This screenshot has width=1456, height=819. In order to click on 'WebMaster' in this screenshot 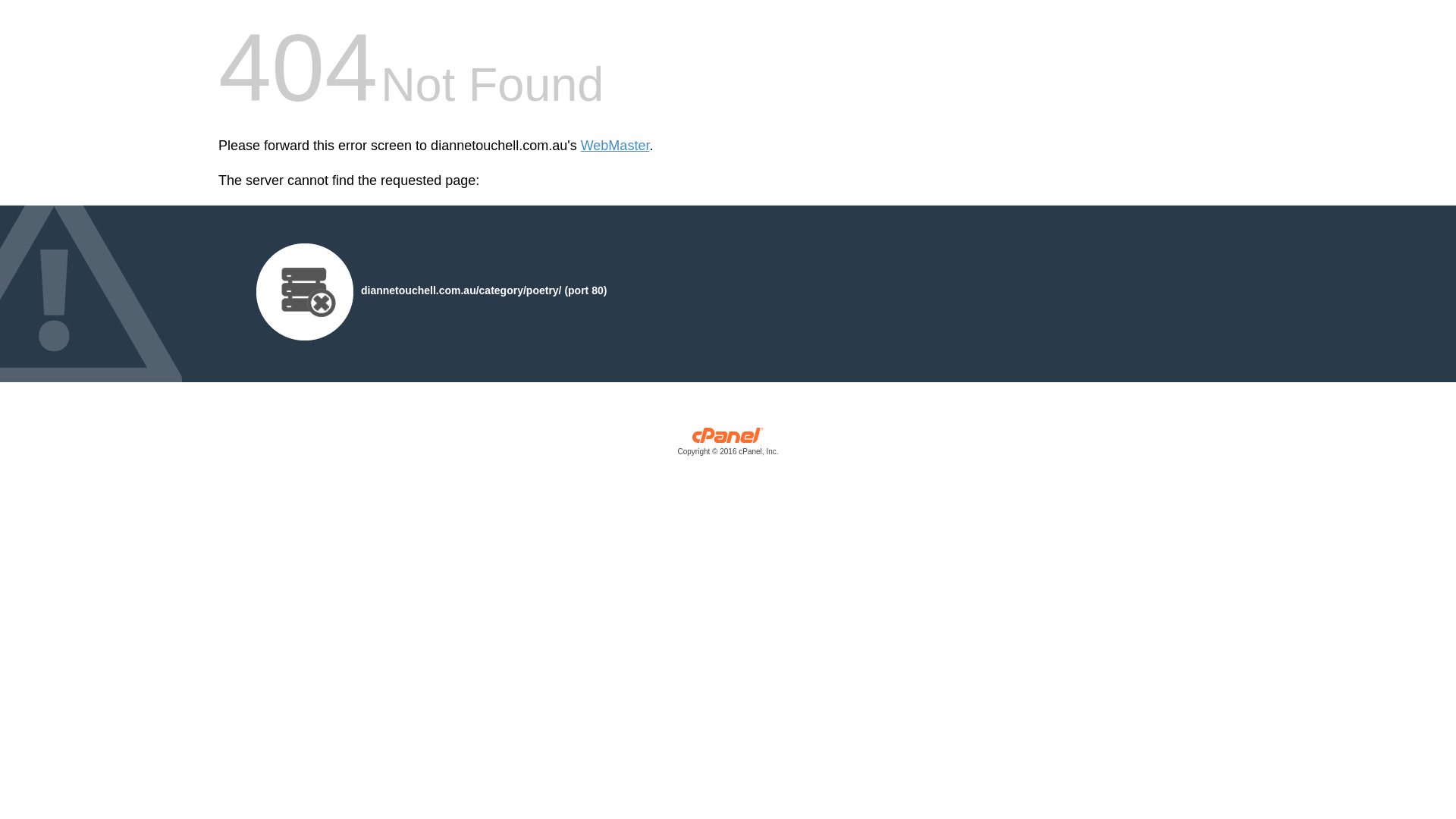, I will do `click(615, 146)`.